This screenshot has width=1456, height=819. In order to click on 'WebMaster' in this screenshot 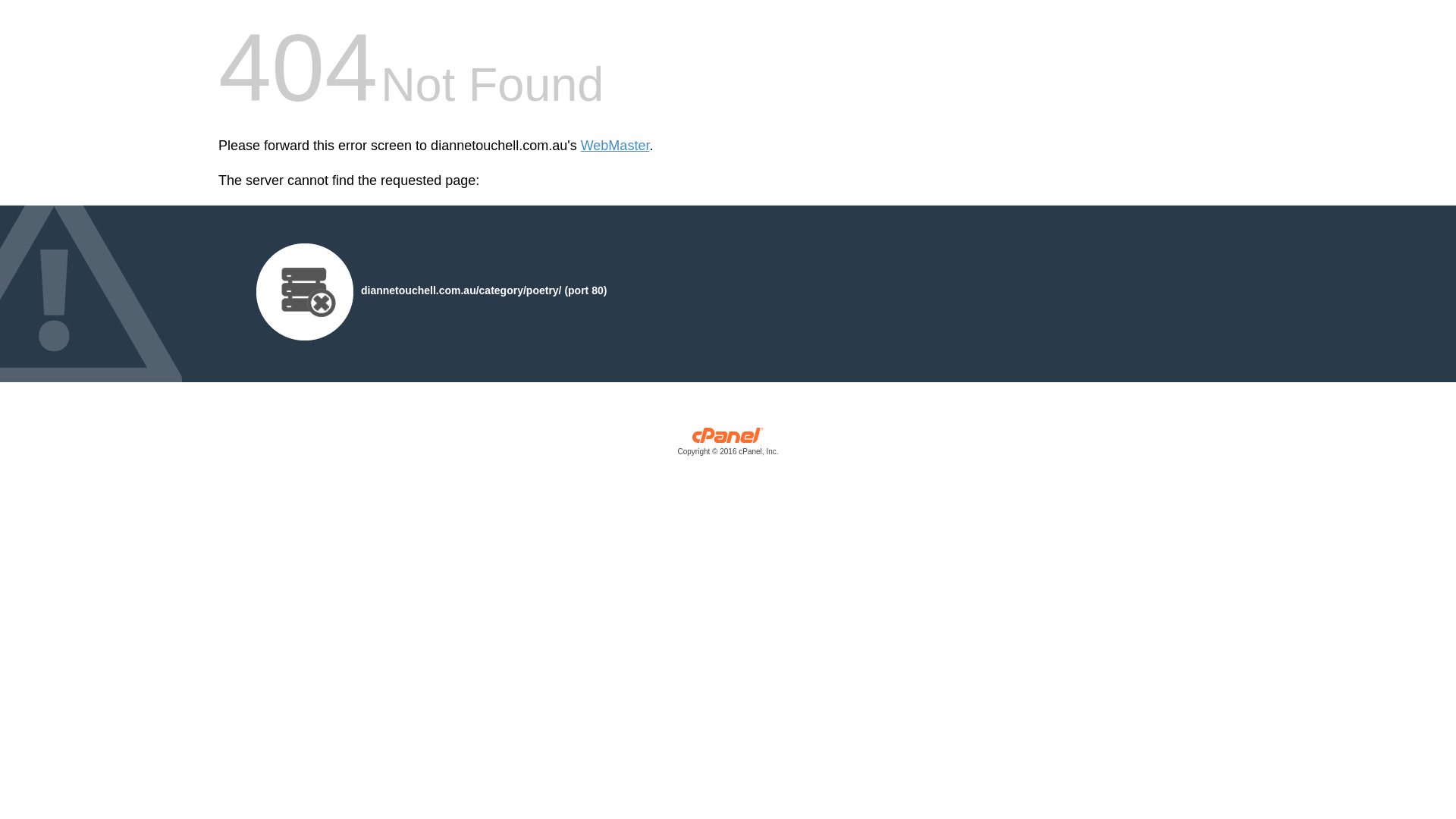, I will do `click(615, 146)`.